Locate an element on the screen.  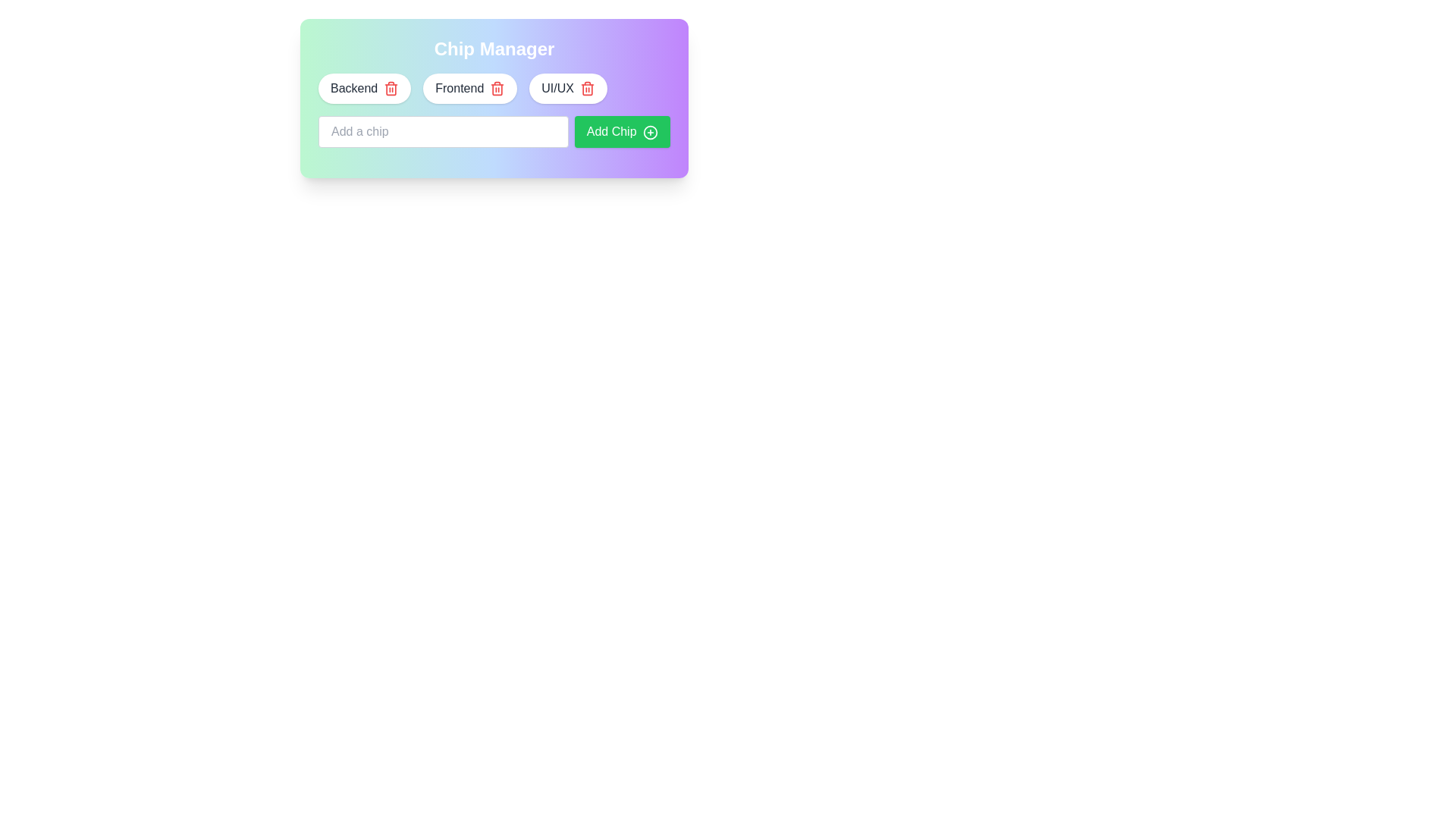
the trash icon on the right side of the 'UI/UX' interactive chip is located at coordinates (567, 88).